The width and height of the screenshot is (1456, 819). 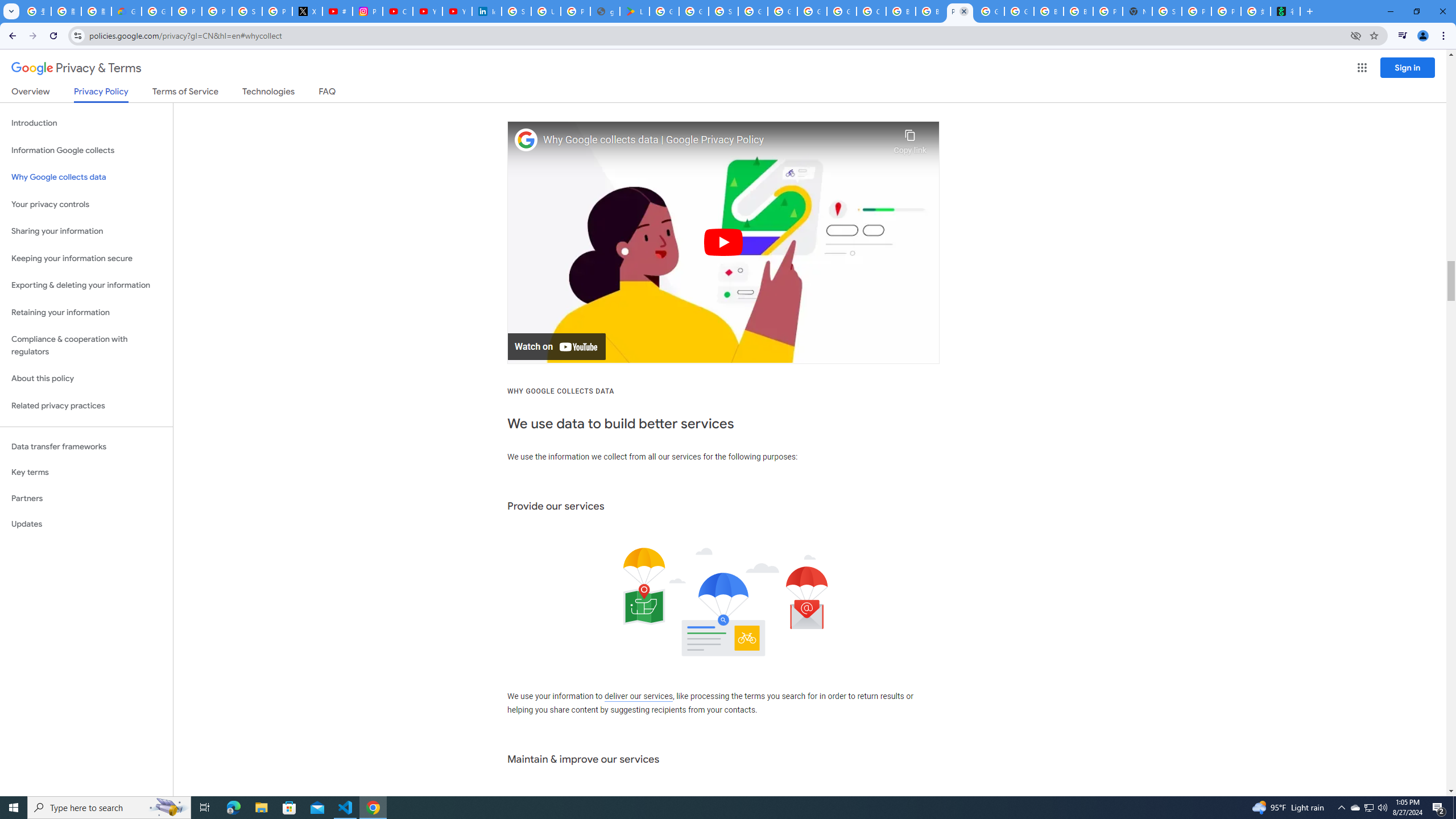 I want to click on 'Watch on YouTube', so click(x=556, y=346).